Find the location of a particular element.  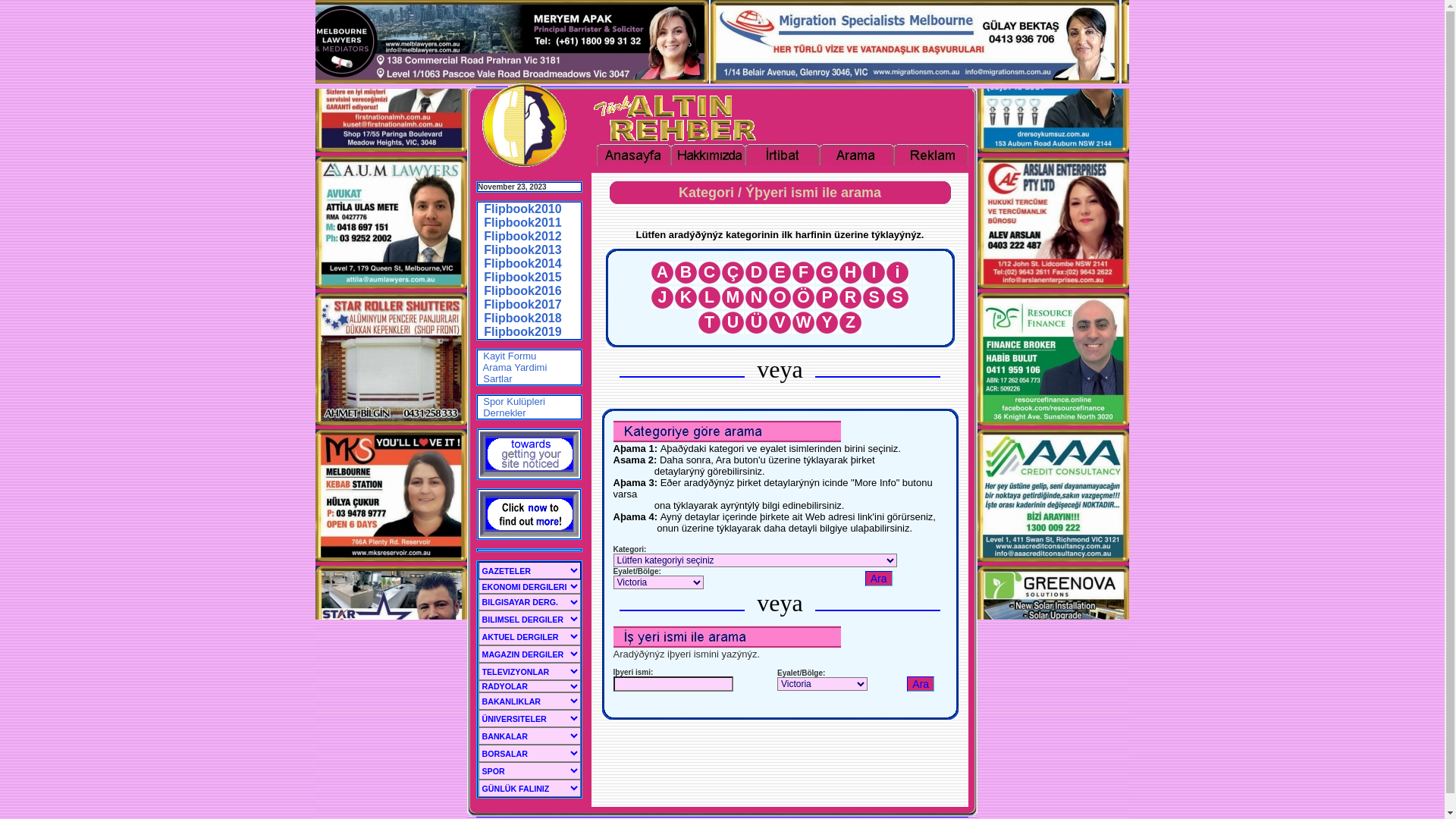

'G' is located at coordinates (826, 275).